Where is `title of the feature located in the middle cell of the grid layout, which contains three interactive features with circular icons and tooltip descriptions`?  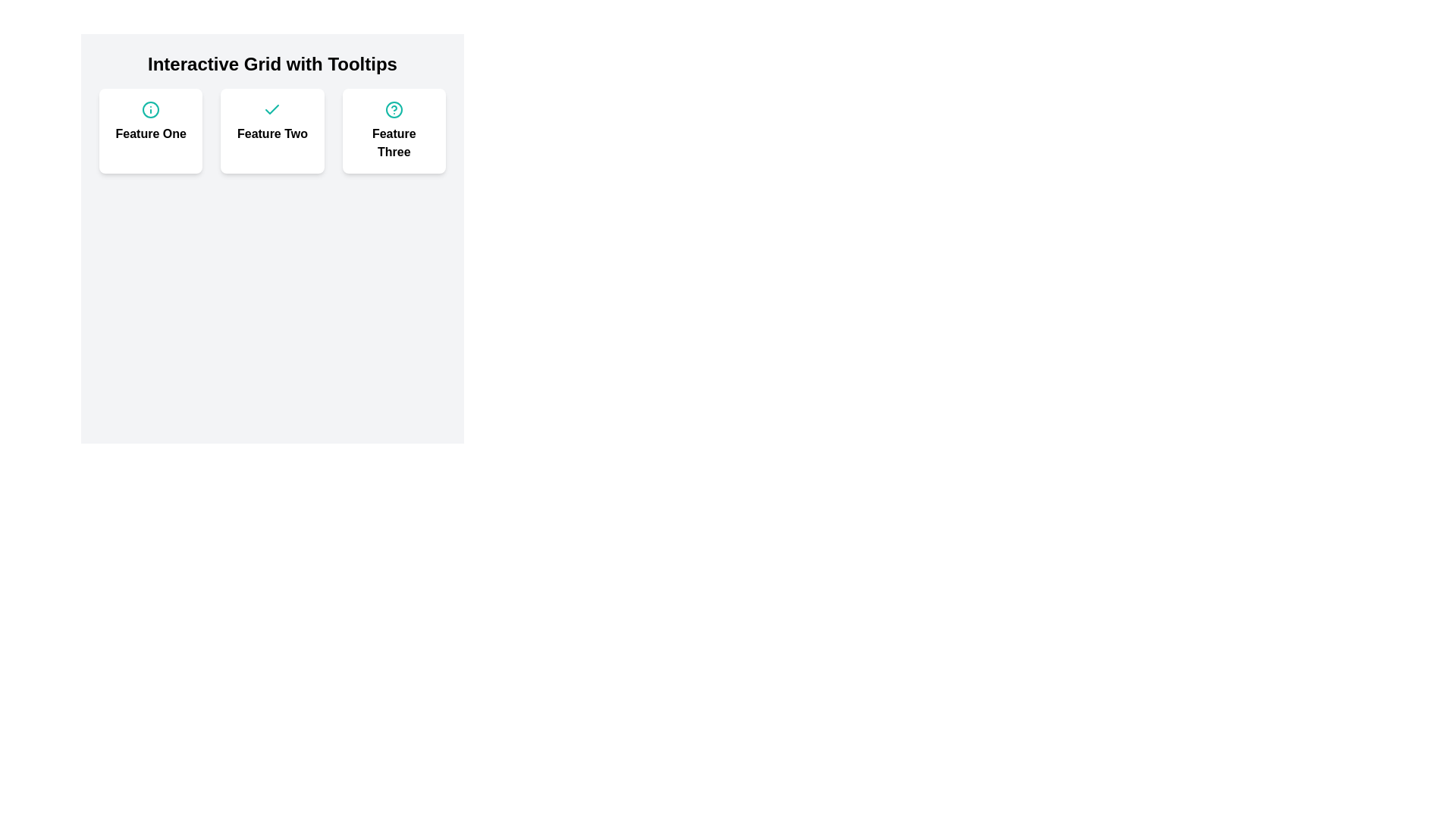
title of the feature located in the middle cell of the grid layout, which contains three interactive features with circular icons and tooltip descriptions is located at coordinates (272, 130).